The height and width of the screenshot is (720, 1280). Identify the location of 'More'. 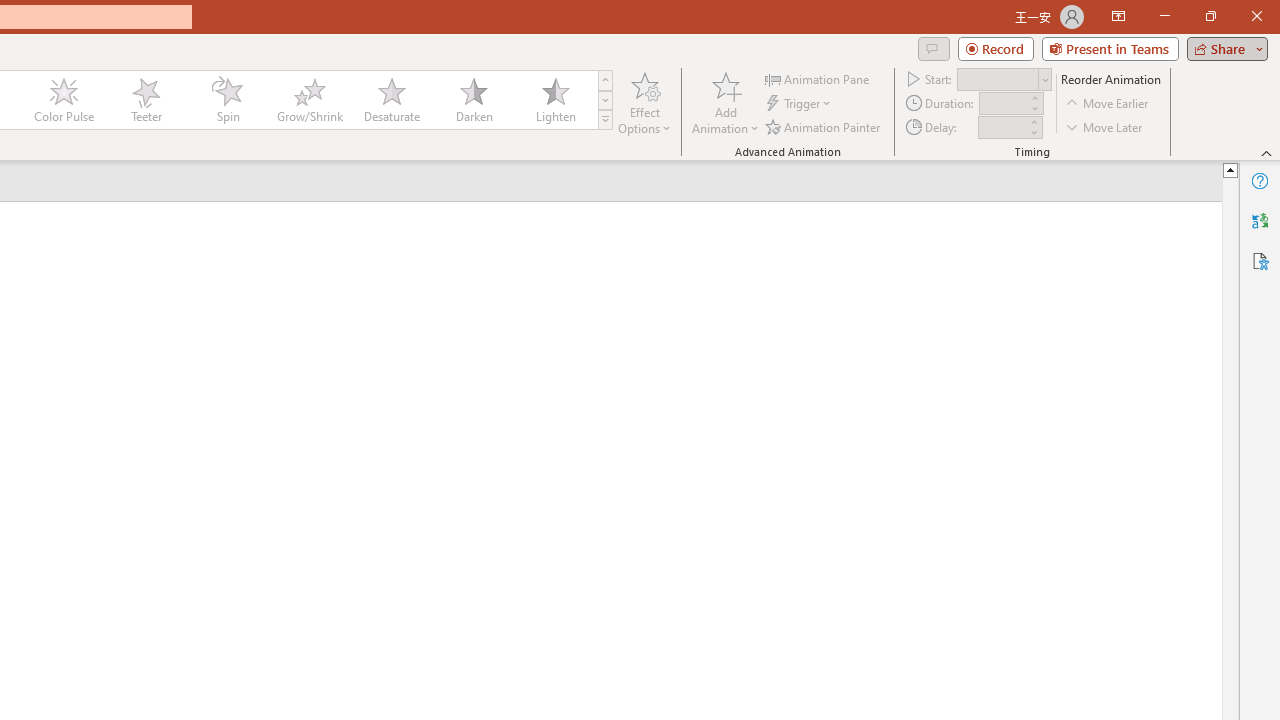
(1033, 121).